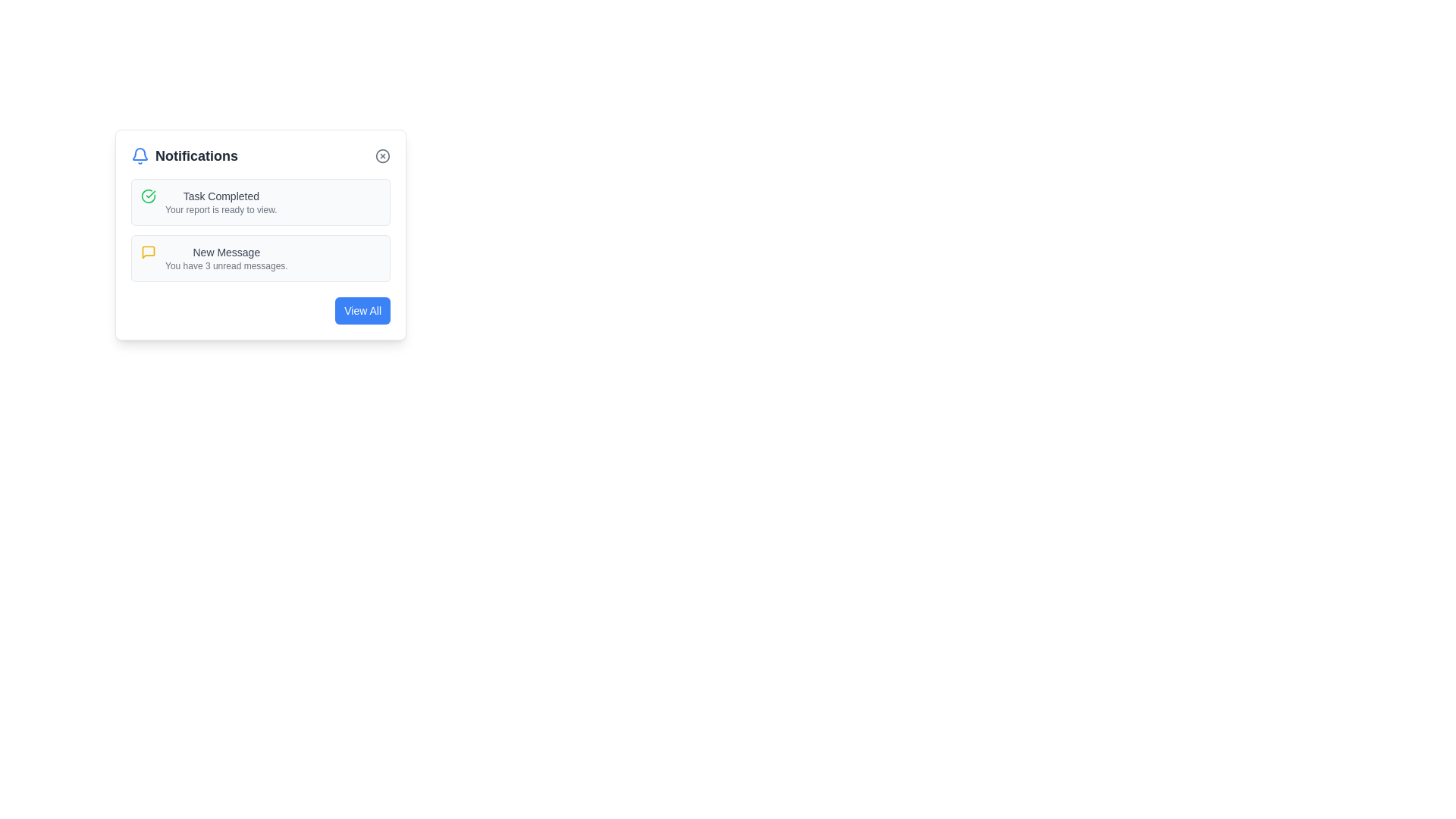  Describe the element at coordinates (225, 257) in the screenshot. I see `message content from the text block indicating the number of unread messages, located in the second notification card below 'Task Completed' and above 'View All'` at that location.